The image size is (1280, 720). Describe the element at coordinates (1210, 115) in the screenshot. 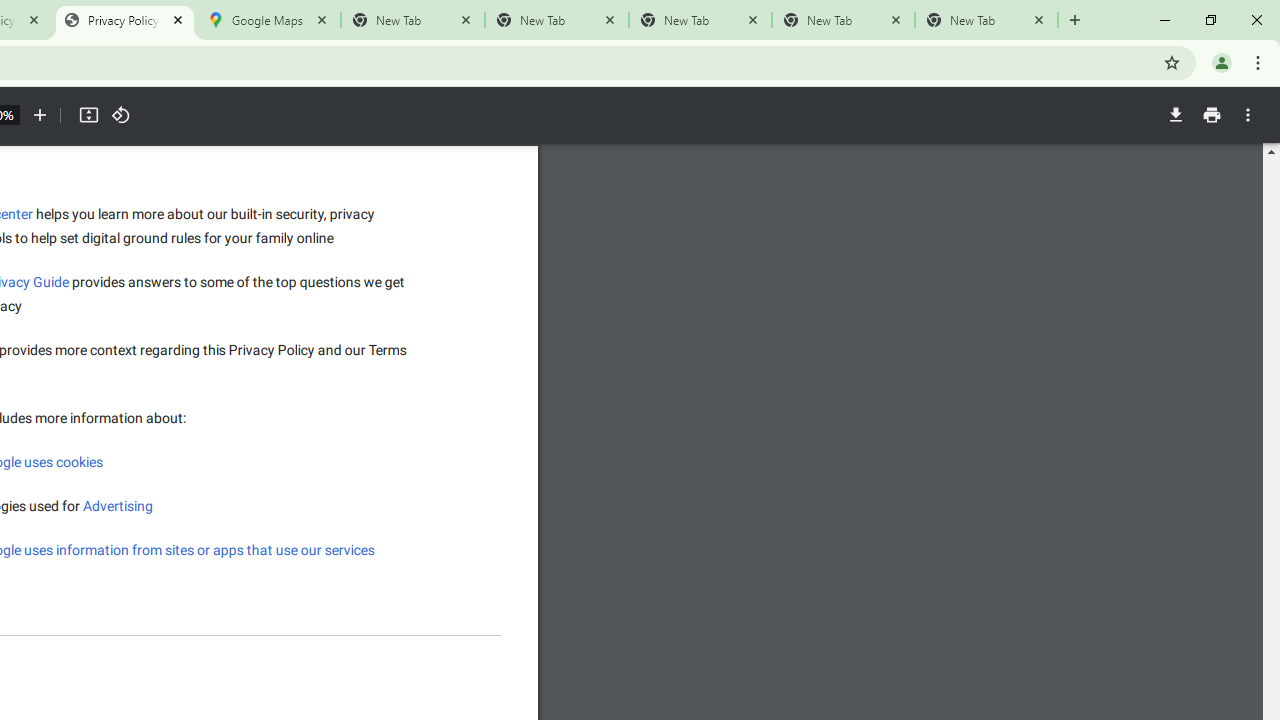

I see `'Print'` at that location.